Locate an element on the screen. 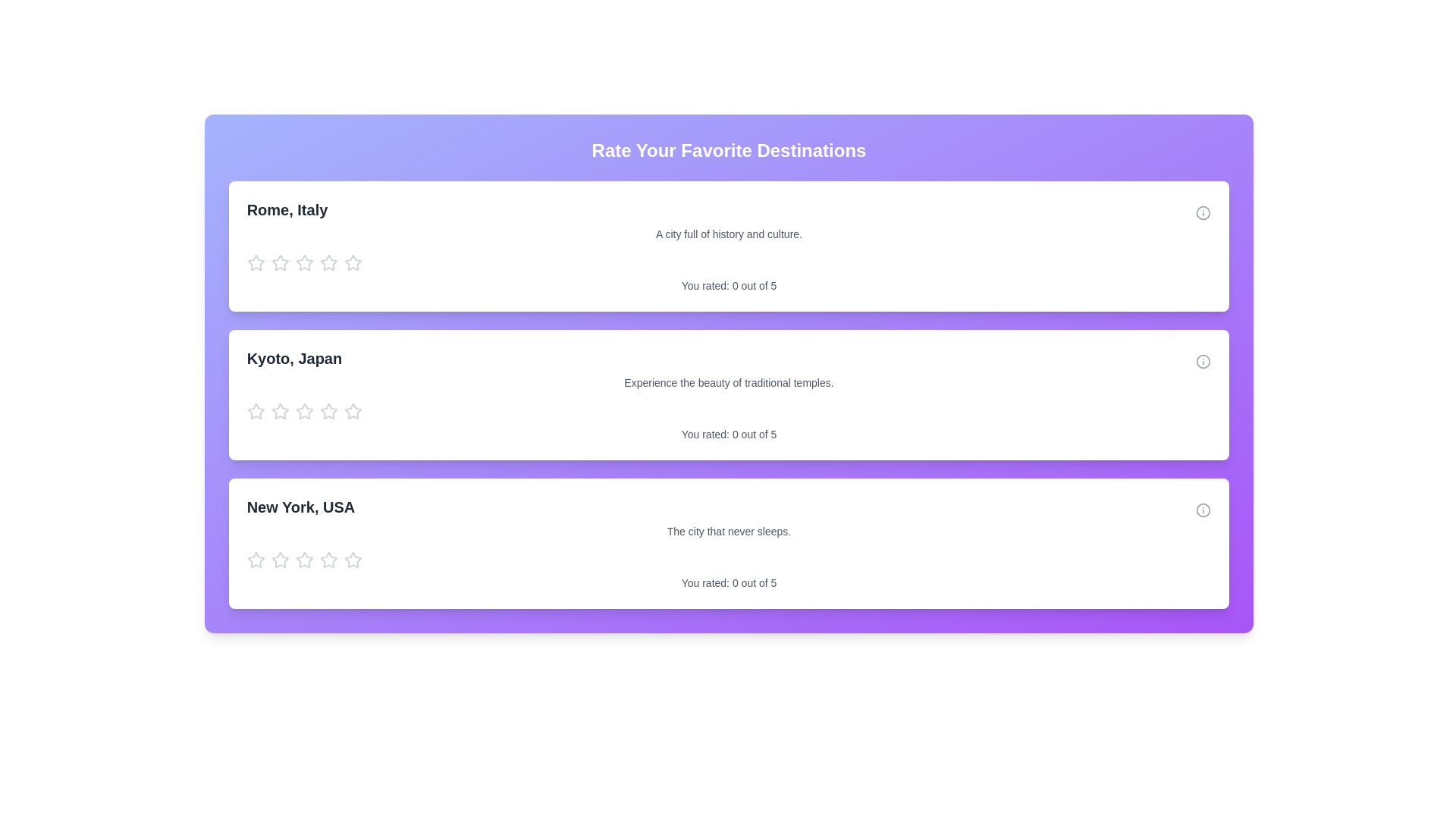 The image size is (1456, 819). the fourth star in the rating system on the 'Kyoto, Japan' card is located at coordinates (303, 412).